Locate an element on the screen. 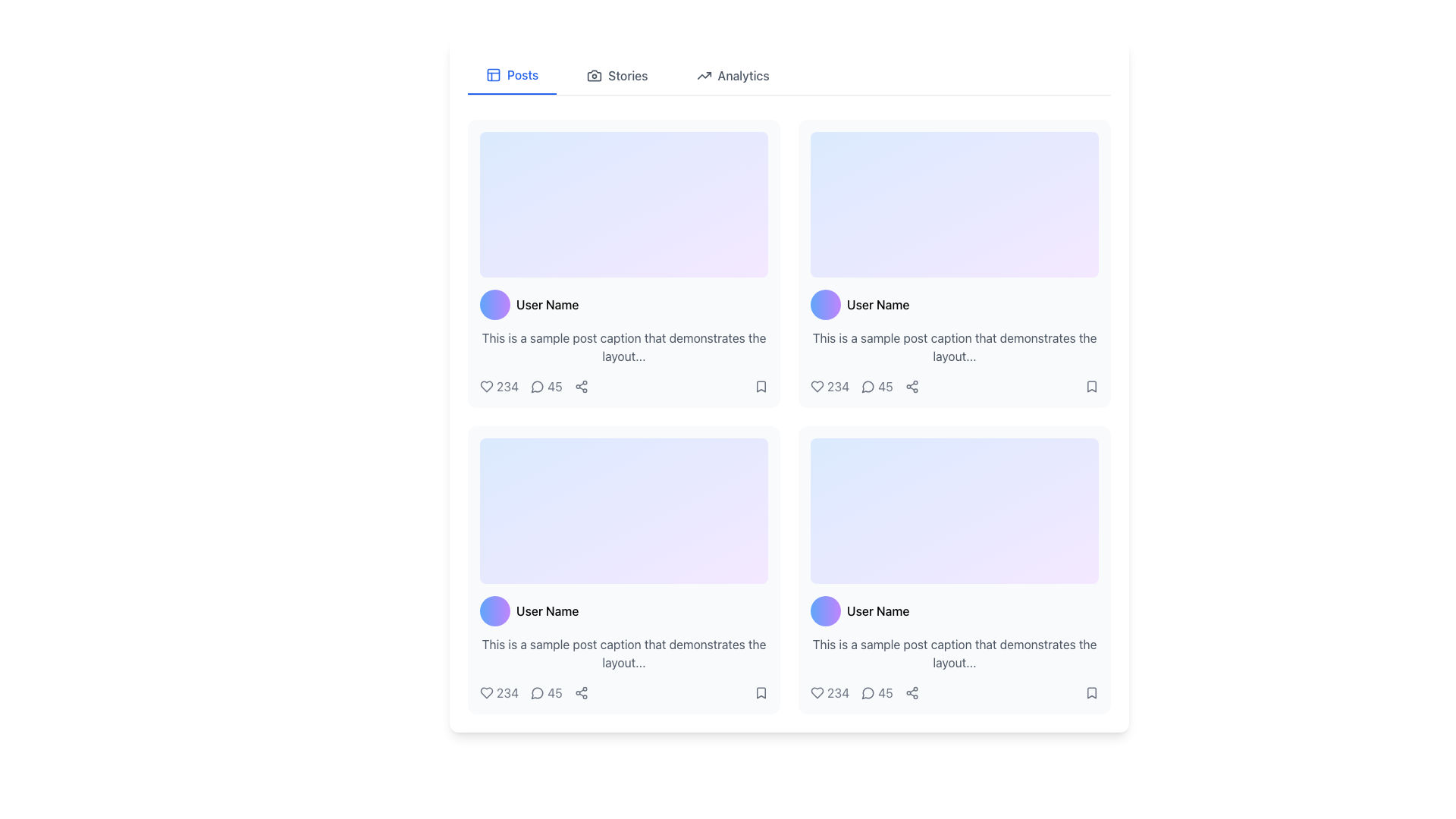 The width and height of the screenshot is (1456, 819). the small share icon represented by three interconnected circles arranged in a triangular pattern, located in the footer section of a content card is located at coordinates (911, 693).